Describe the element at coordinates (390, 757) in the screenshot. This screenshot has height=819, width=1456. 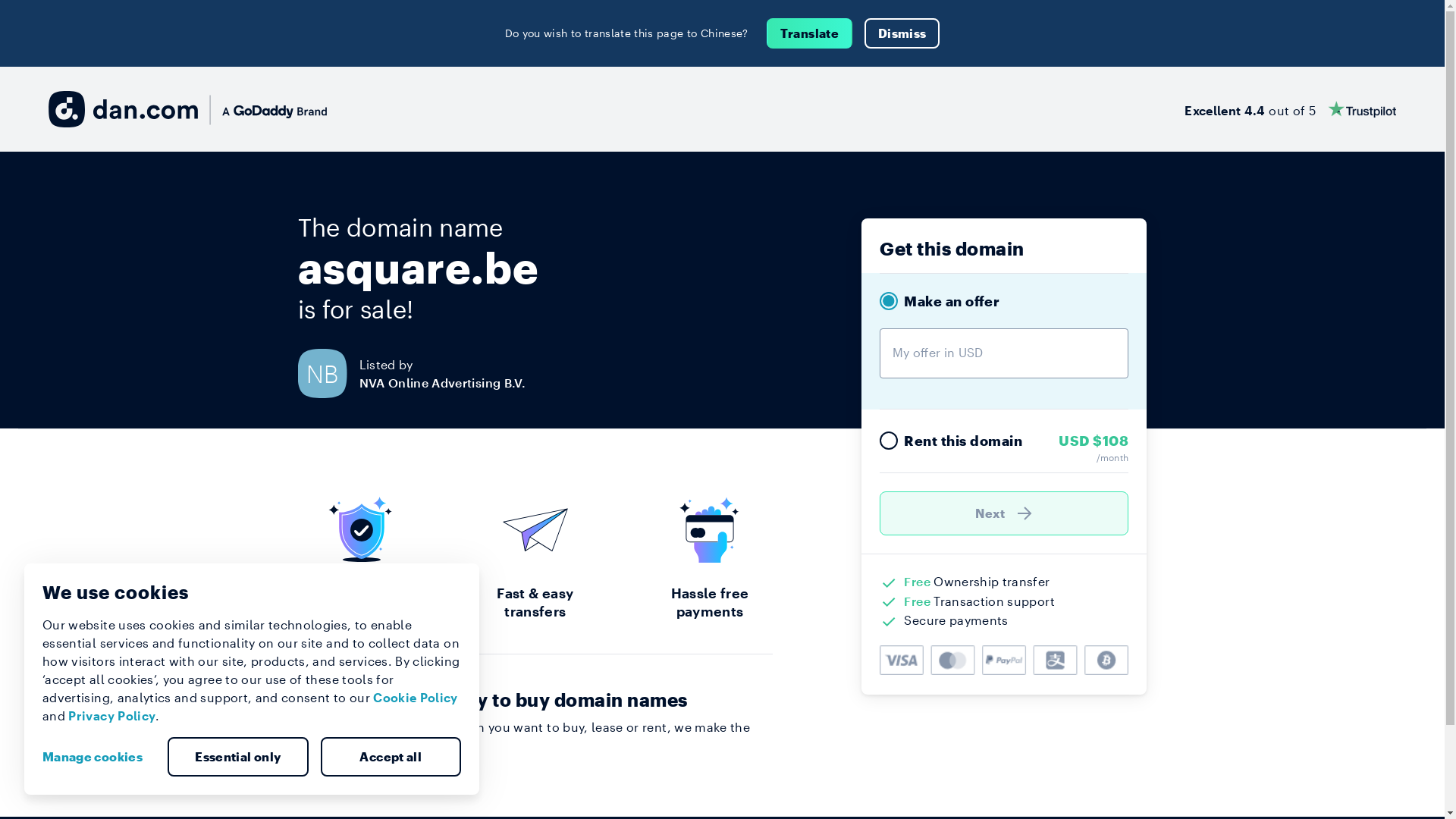
I see `'Accept all'` at that location.